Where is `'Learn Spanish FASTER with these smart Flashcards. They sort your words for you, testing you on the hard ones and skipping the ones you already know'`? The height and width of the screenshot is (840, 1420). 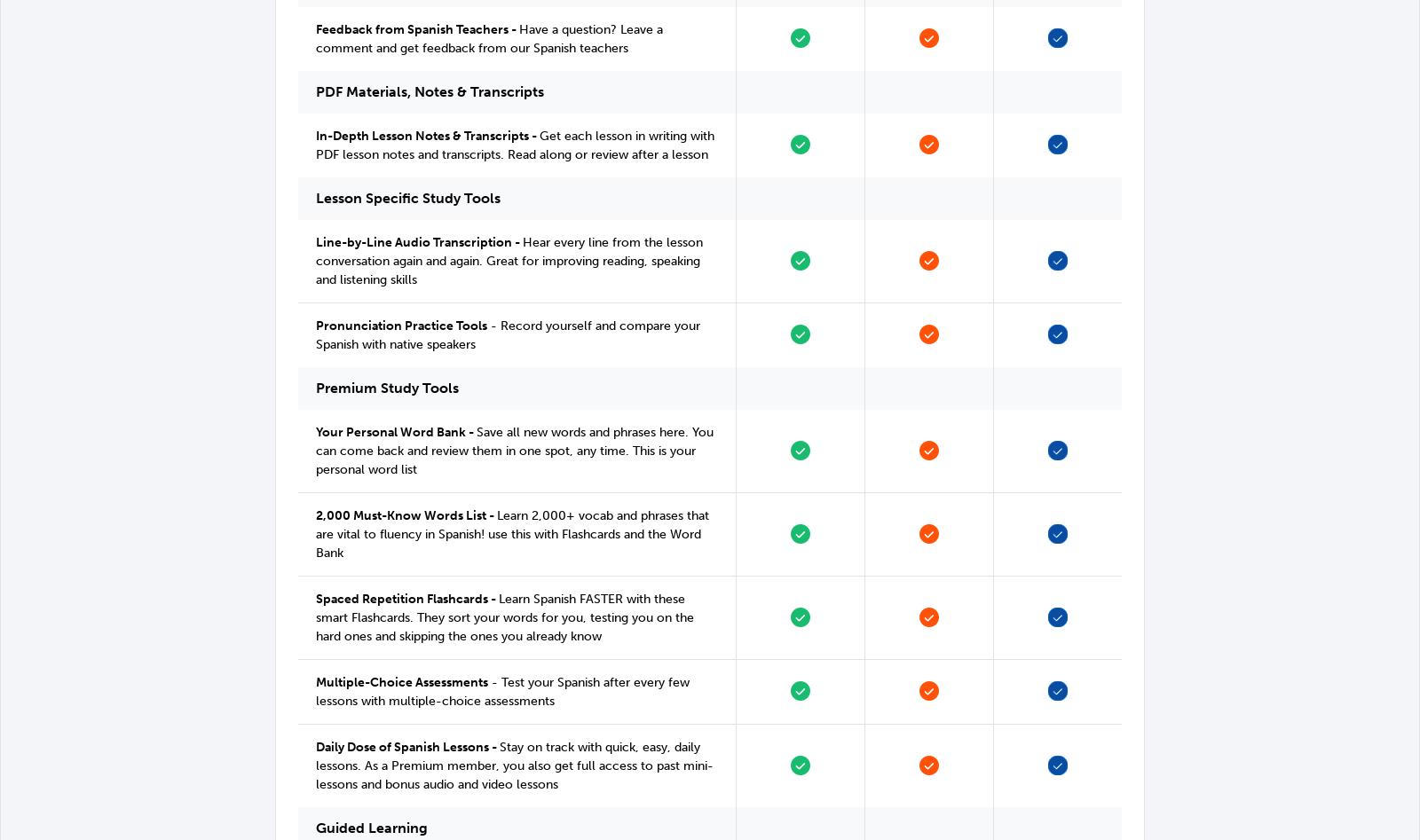
'Learn Spanish FASTER with these smart Flashcards. They sort your words for you, testing you on the hard ones and skipping the ones you already know' is located at coordinates (503, 616).